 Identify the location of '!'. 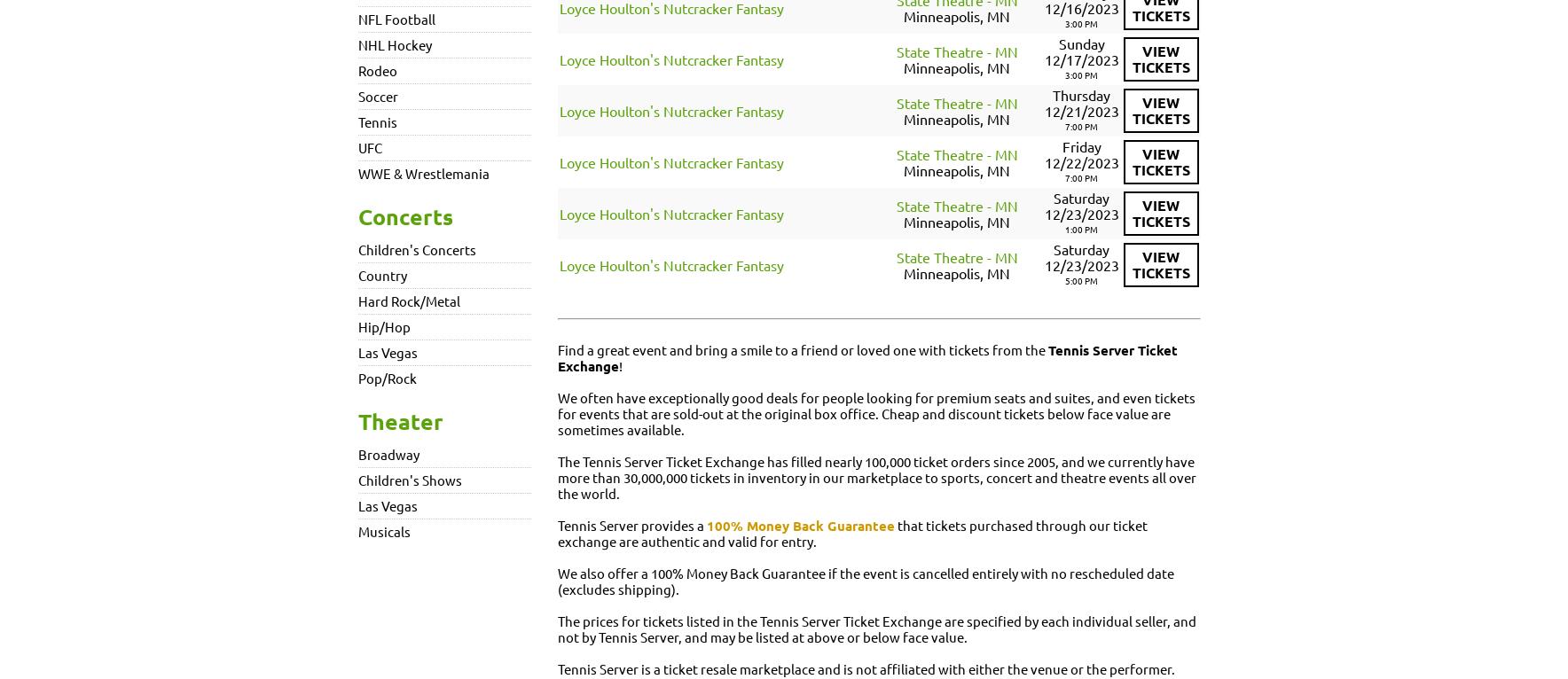
(620, 364).